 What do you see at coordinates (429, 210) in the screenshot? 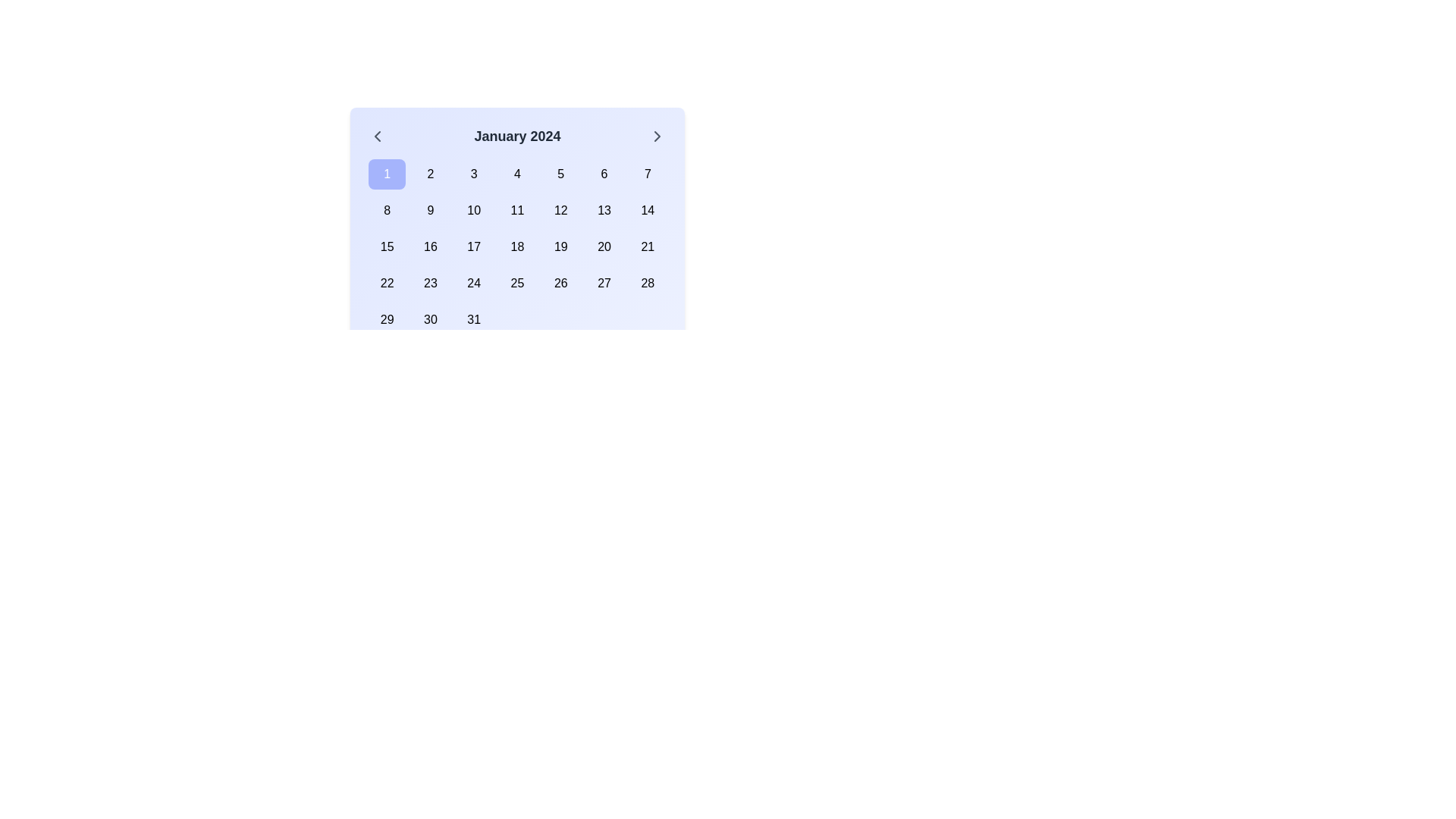
I see `the interactive calendar day button that represents the 9th date of the month to trigger the hover effect` at bounding box center [429, 210].